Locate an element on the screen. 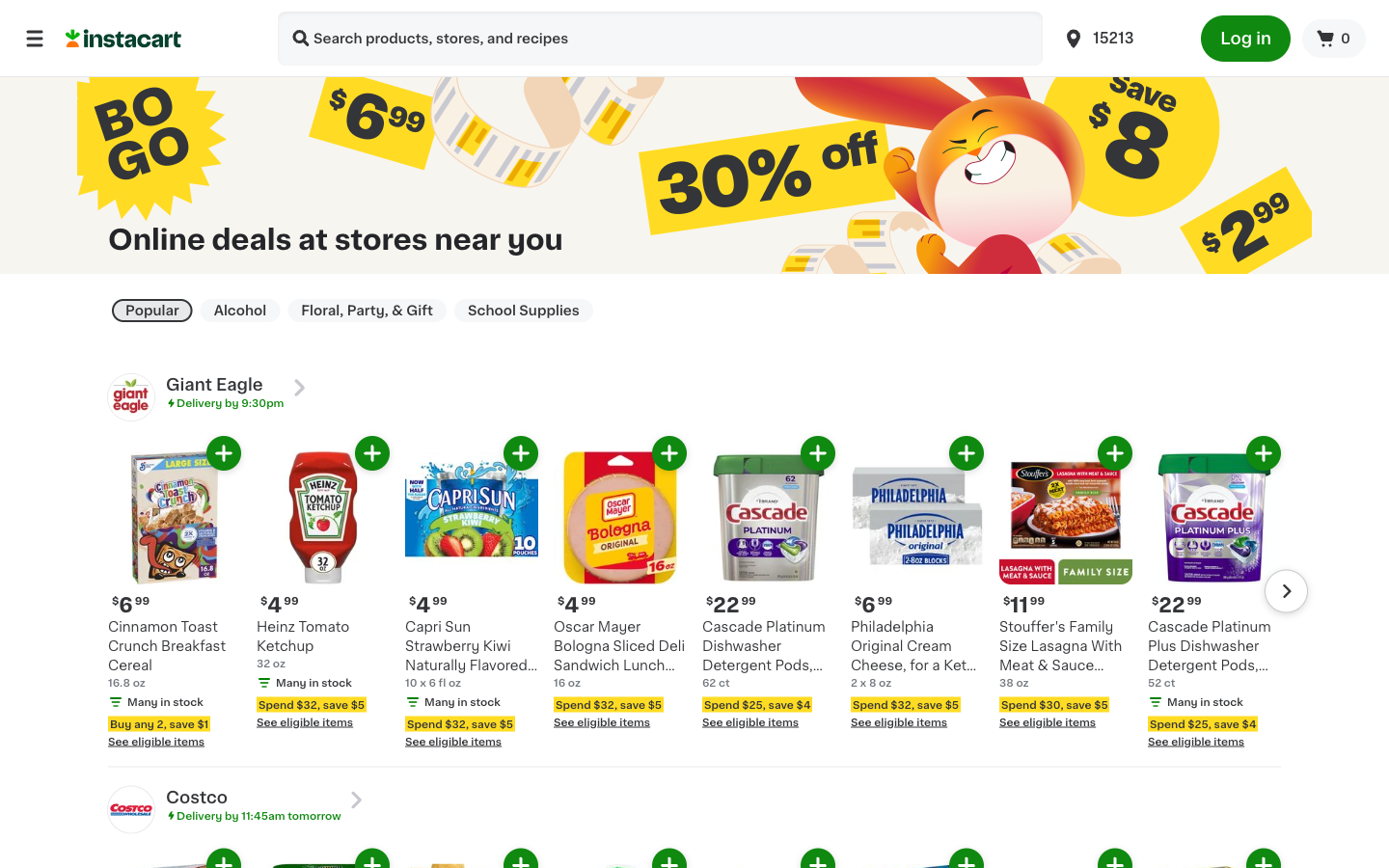  the Floral, Party & Gift collections page is located at coordinates (366, 310).